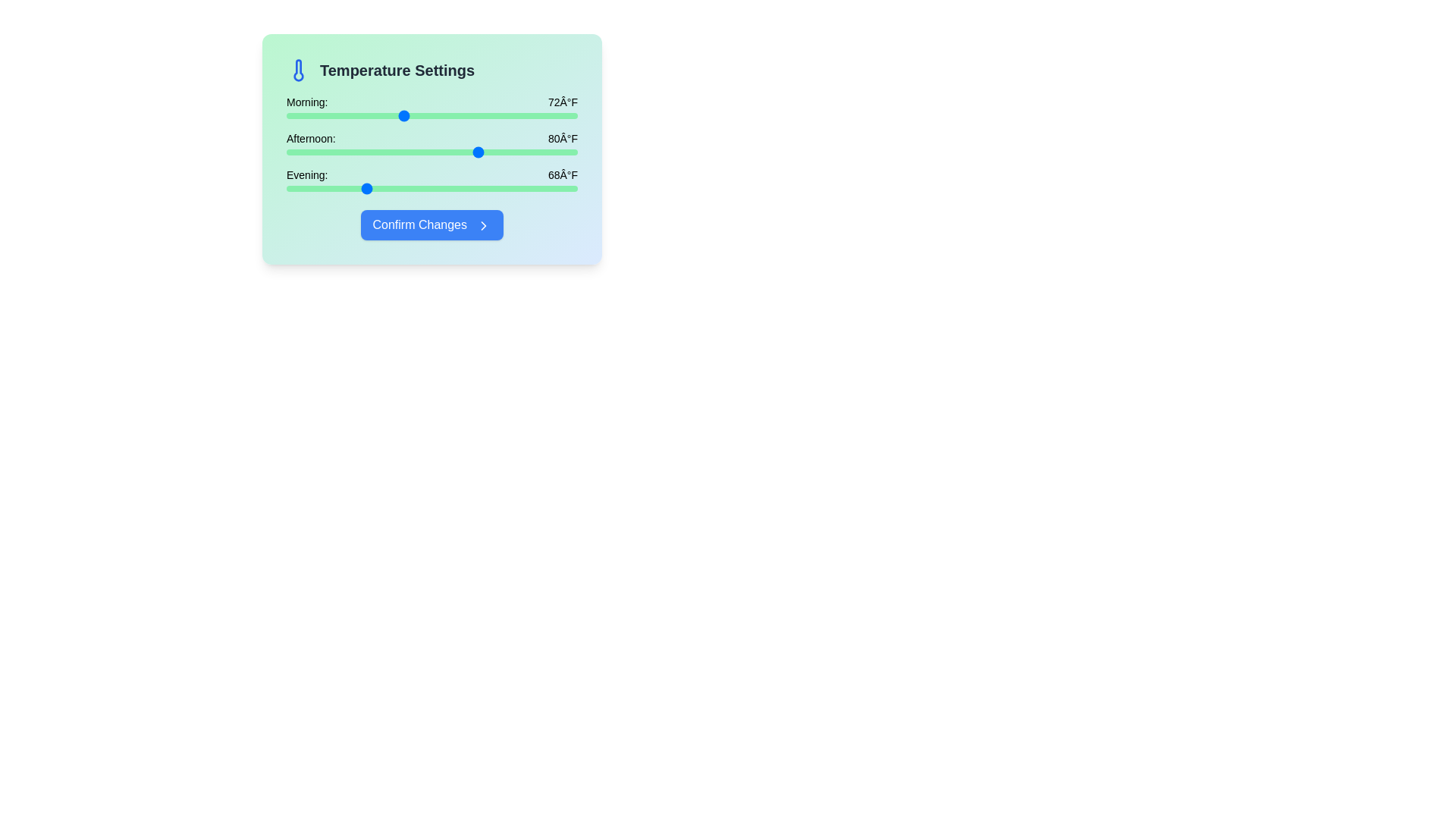  Describe the element at coordinates (353, 188) in the screenshot. I see `the evening temperature slider to 67°F` at that location.